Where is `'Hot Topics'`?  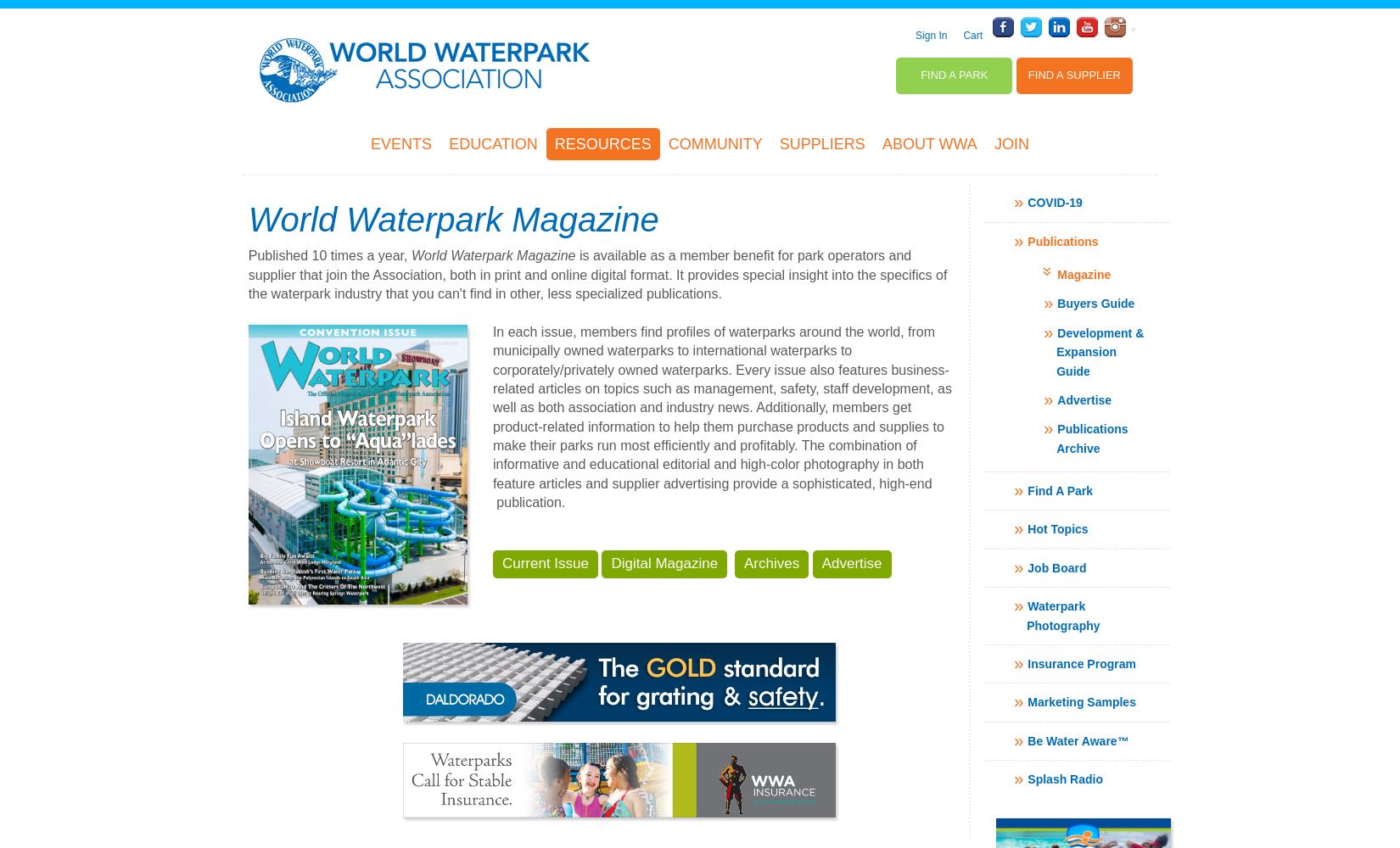
'Hot Topics' is located at coordinates (1056, 528).